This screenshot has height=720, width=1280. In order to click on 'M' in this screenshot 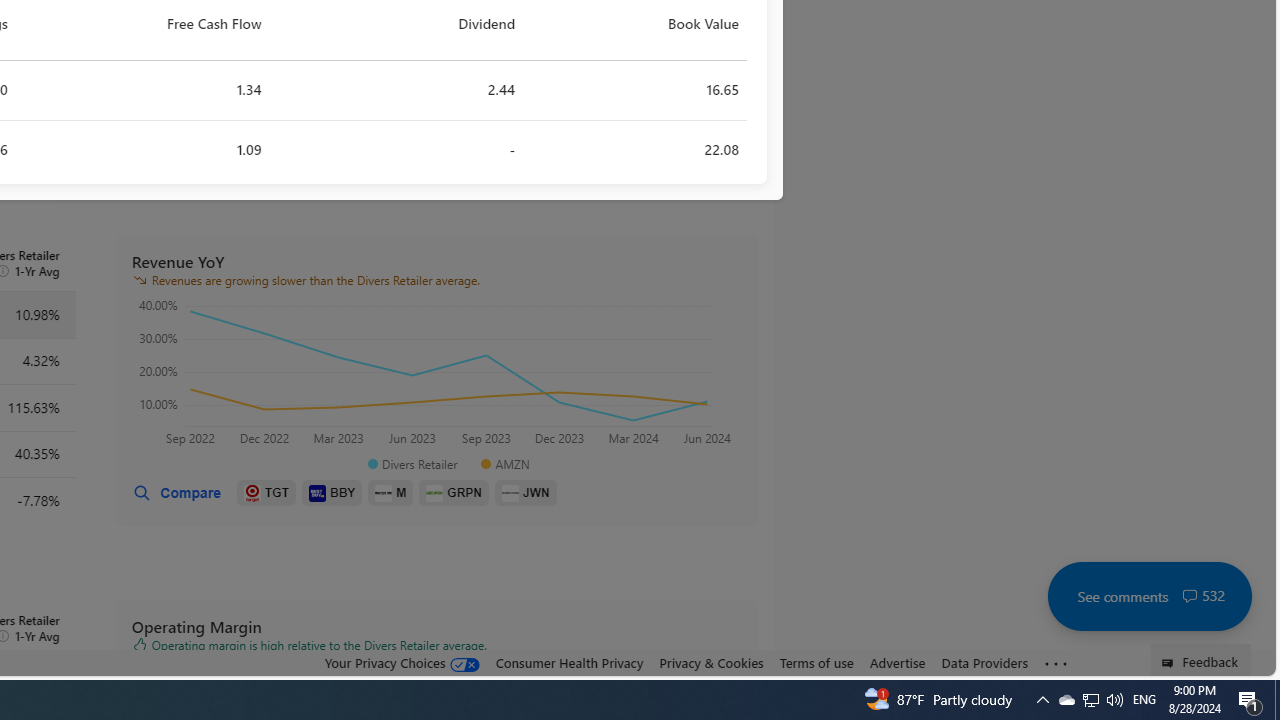, I will do `click(391, 493)`.